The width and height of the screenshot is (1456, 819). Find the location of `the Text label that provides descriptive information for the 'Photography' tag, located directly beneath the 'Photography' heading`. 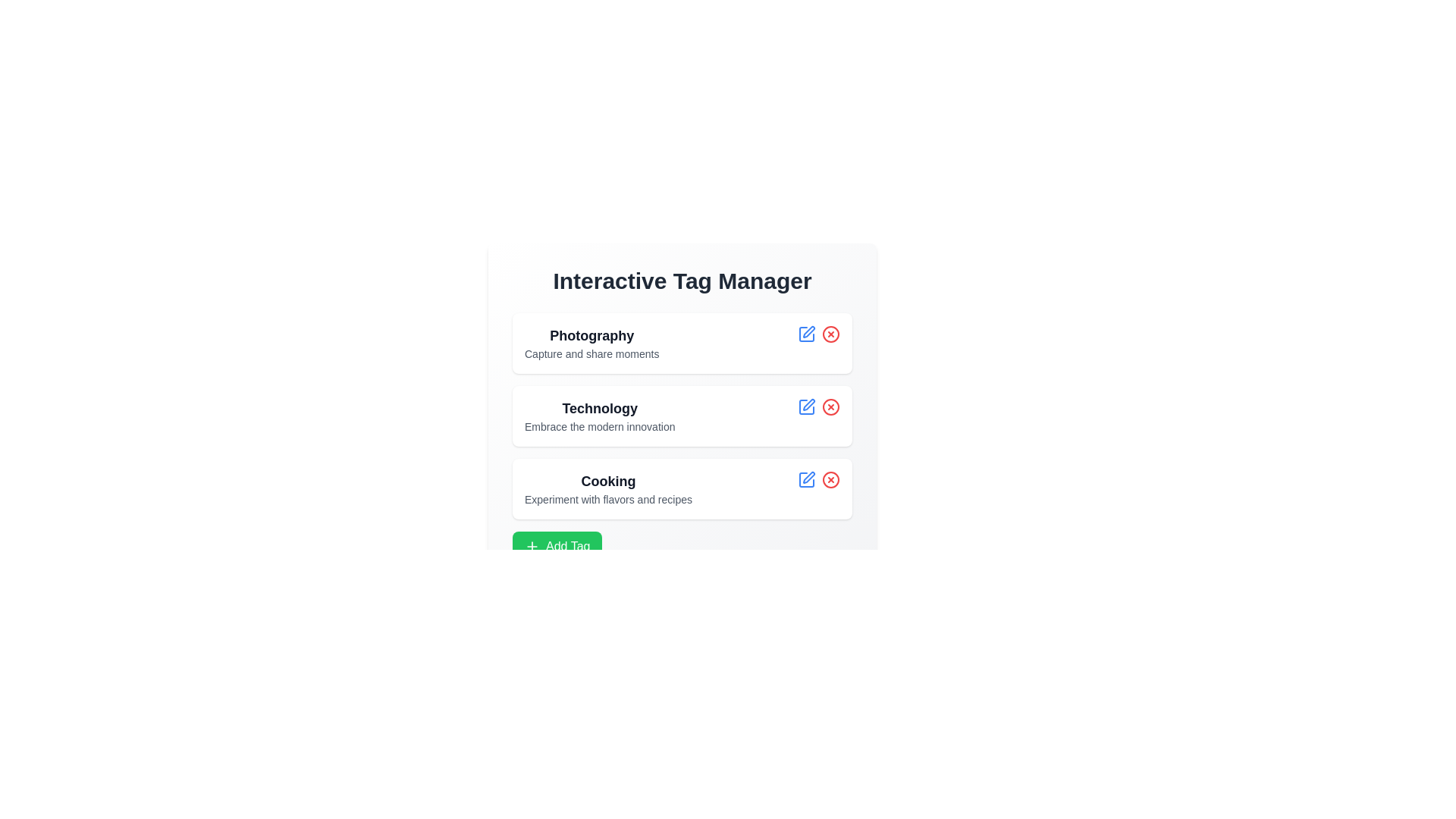

the Text label that provides descriptive information for the 'Photography' tag, located directly beneath the 'Photography' heading is located at coordinates (591, 353).